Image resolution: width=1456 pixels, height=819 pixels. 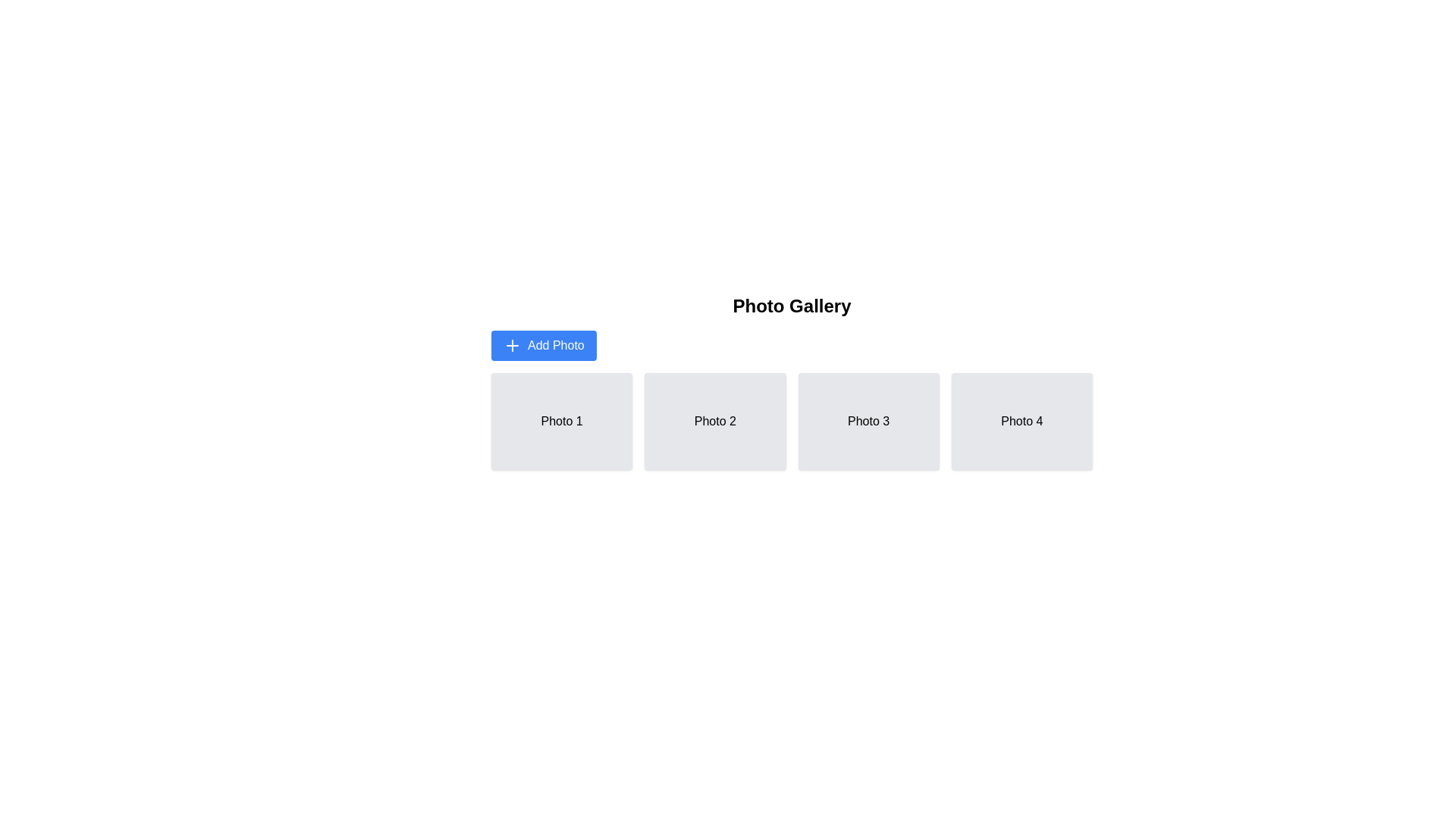 What do you see at coordinates (1021, 421) in the screenshot?
I see `the static display element labeled 'Photo 4', which is a rectangular box with a light gray background and bold black text centered inside` at bounding box center [1021, 421].